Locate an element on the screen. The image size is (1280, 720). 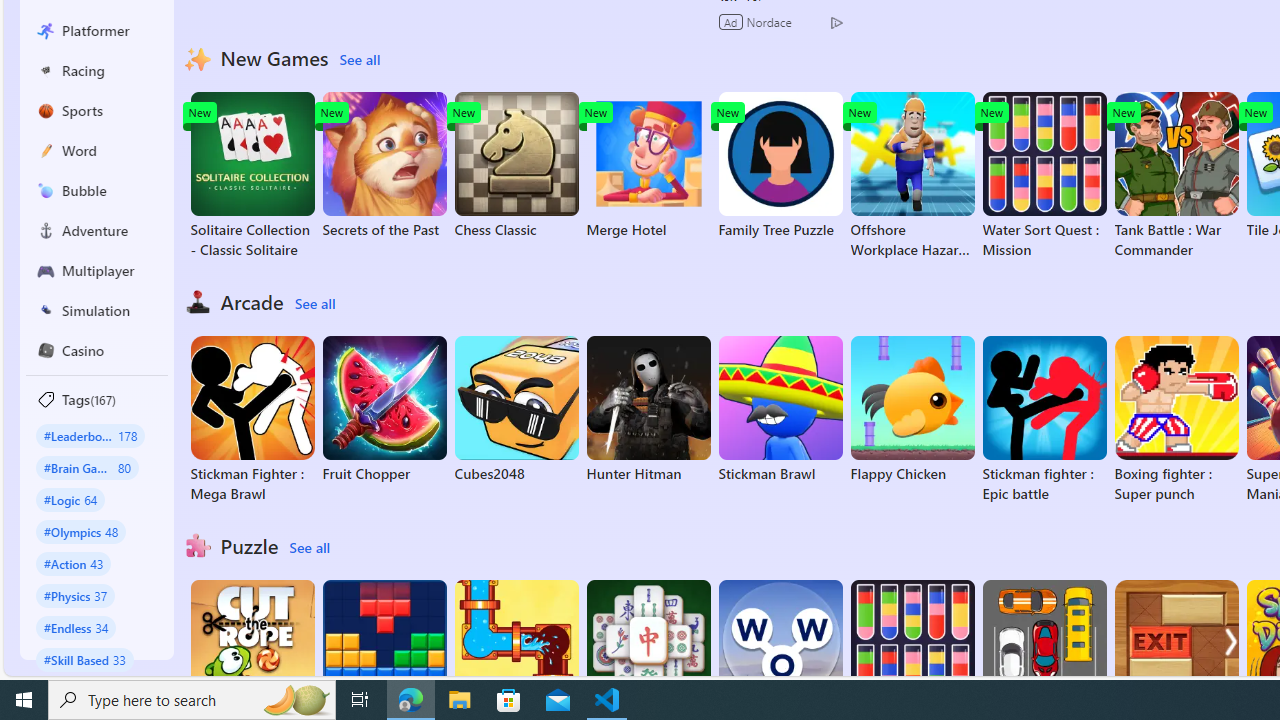
'Hunter Hitman' is located at coordinates (648, 409).